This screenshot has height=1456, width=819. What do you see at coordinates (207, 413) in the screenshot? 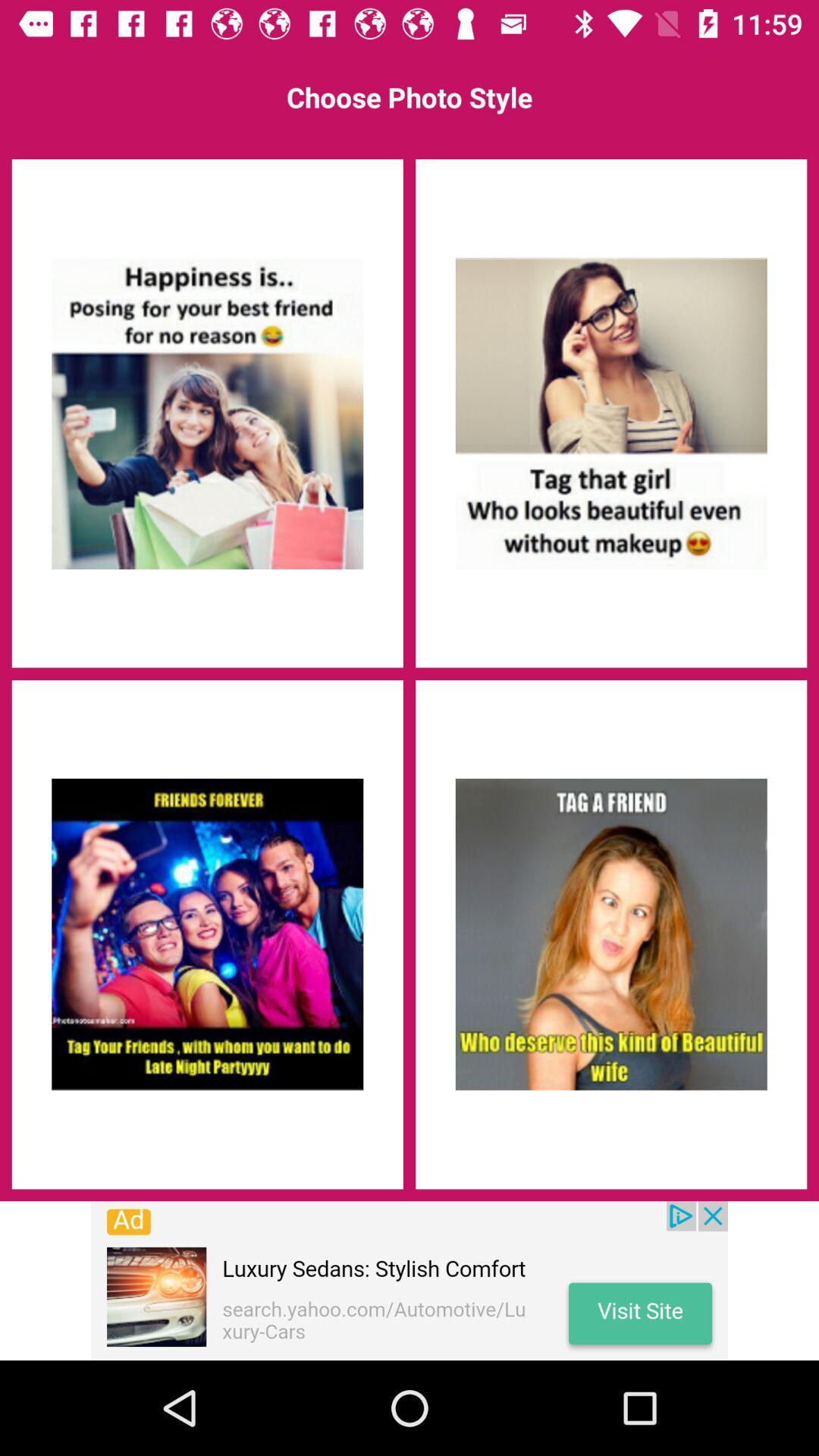
I see `photo style 1` at bounding box center [207, 413].